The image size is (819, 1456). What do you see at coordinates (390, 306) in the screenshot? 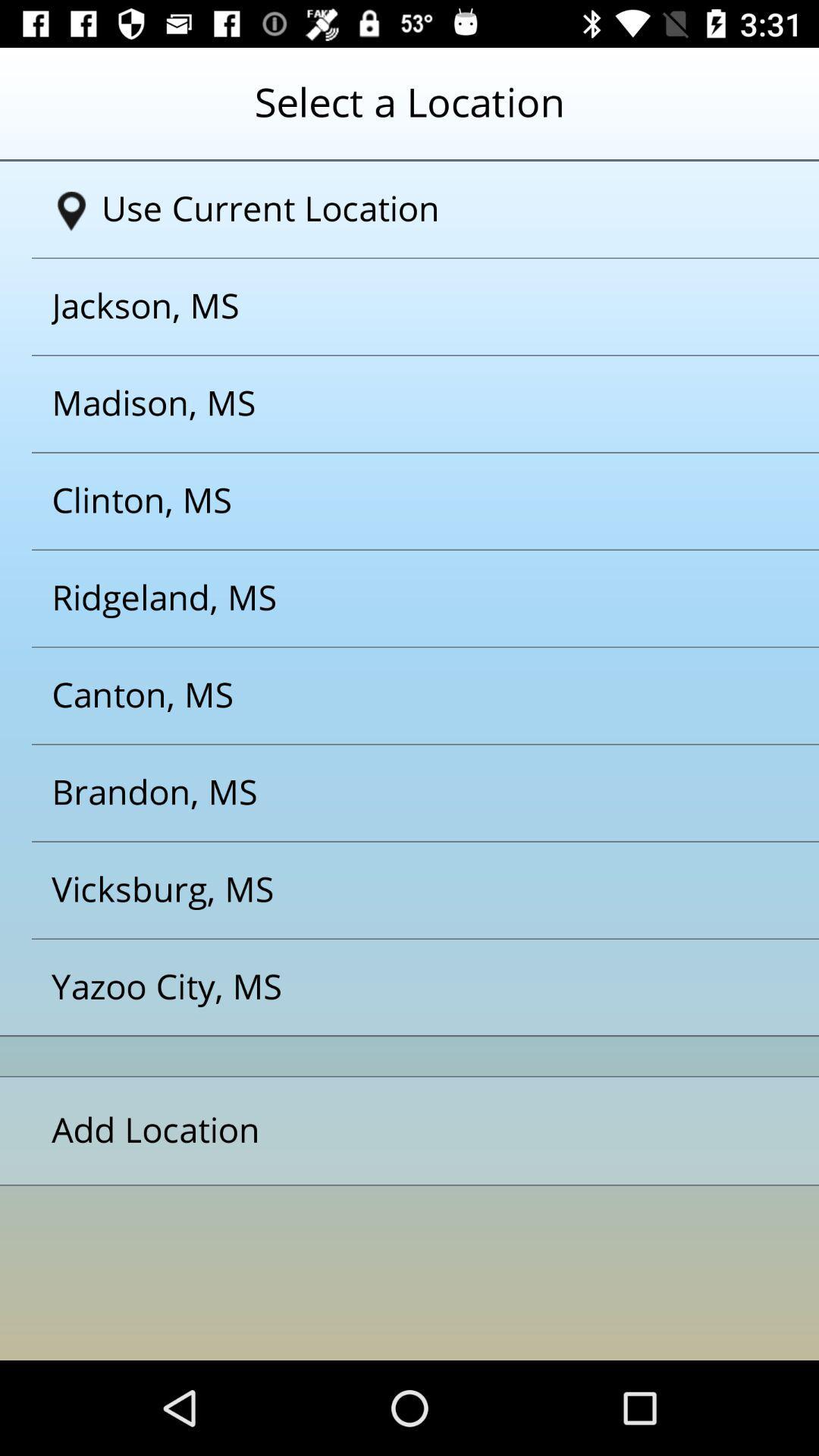
I see `jackson ms` at bounding box center [390, 306].